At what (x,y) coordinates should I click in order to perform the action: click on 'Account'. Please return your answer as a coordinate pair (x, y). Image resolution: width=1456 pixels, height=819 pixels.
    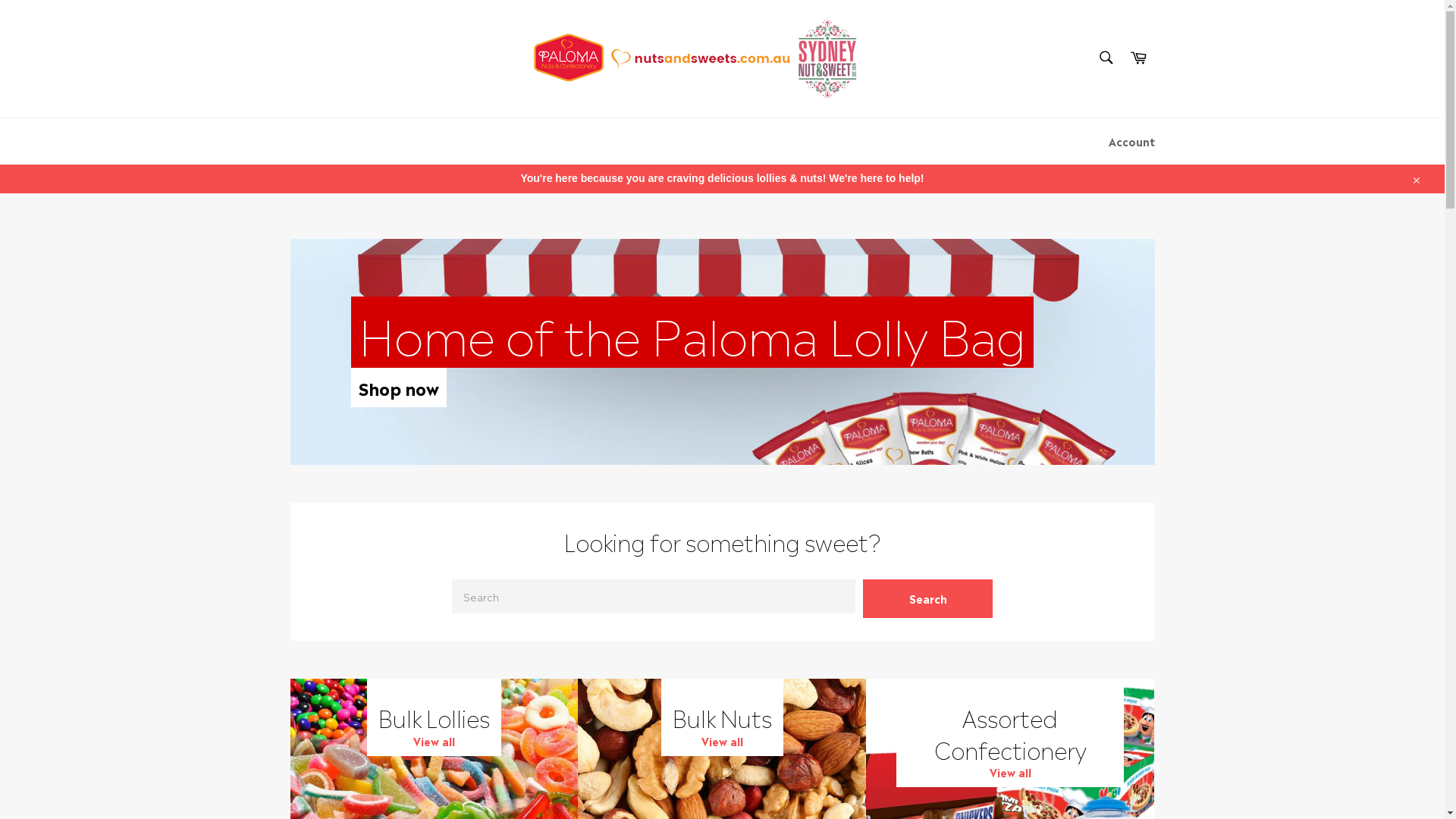
    Looking at the image, I should click on (1100, 141).